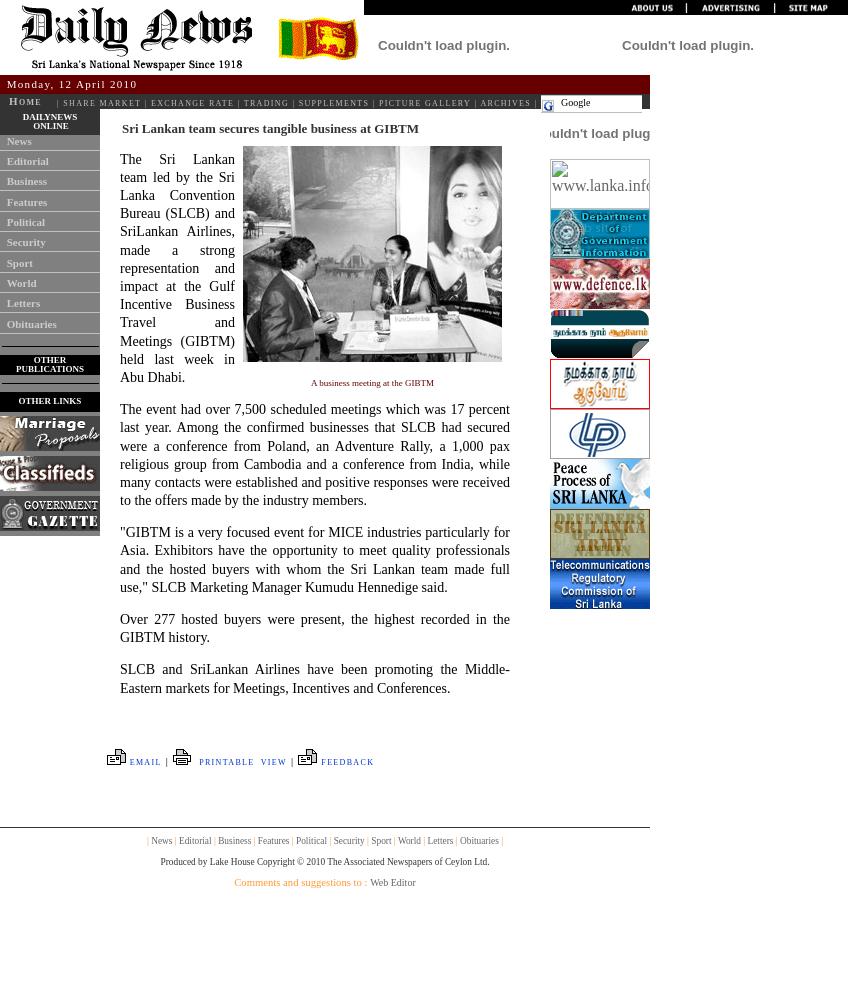 This screenshot has width=848, height=1000. I want to click on 'Monday, 12 April 2010', so click(71, 83).